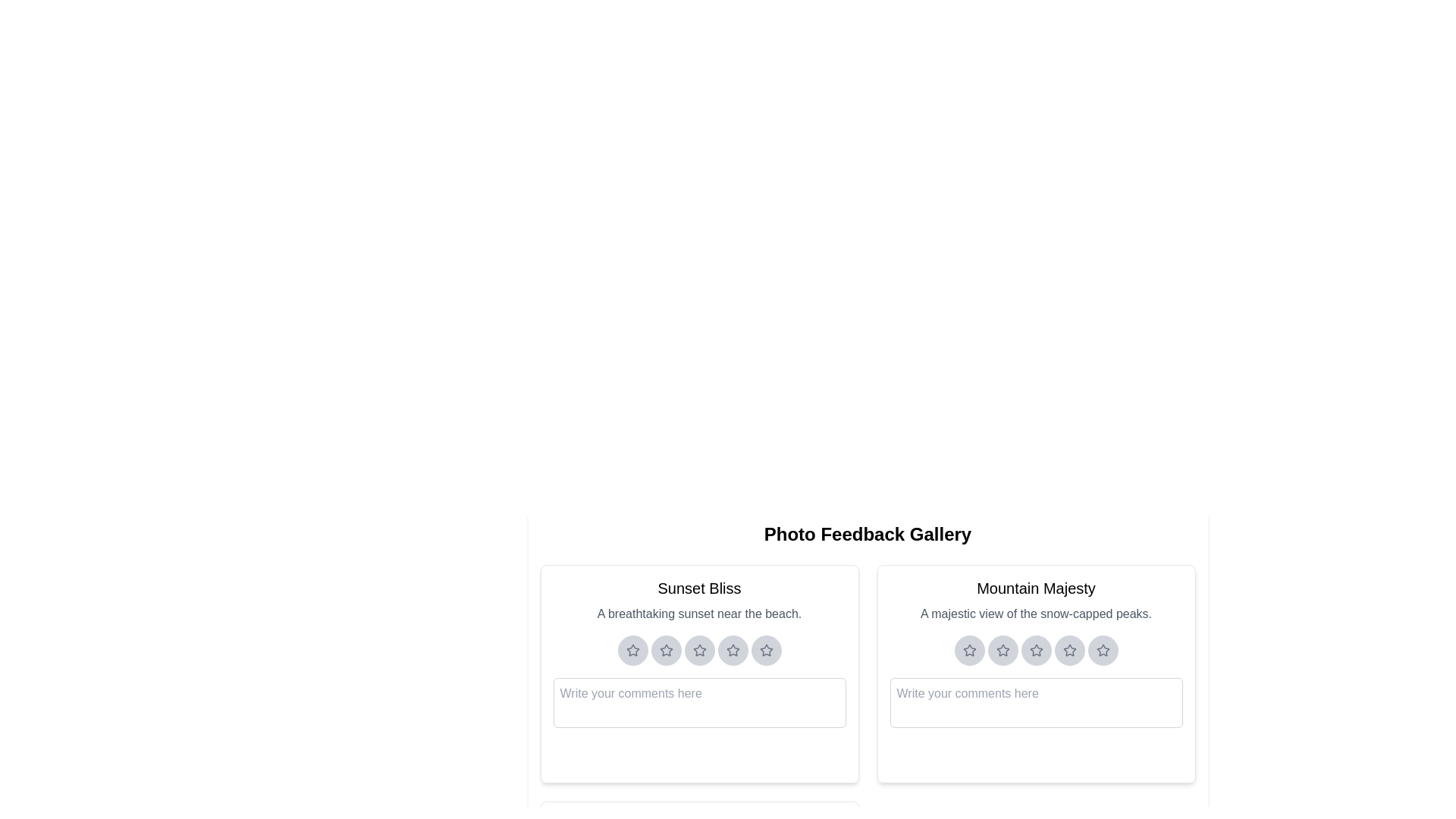 The image size is (1456, 819). I want to click on the third star icon in the rating system located under the 'Sunset Bliss' heading card, so click(698, 649).